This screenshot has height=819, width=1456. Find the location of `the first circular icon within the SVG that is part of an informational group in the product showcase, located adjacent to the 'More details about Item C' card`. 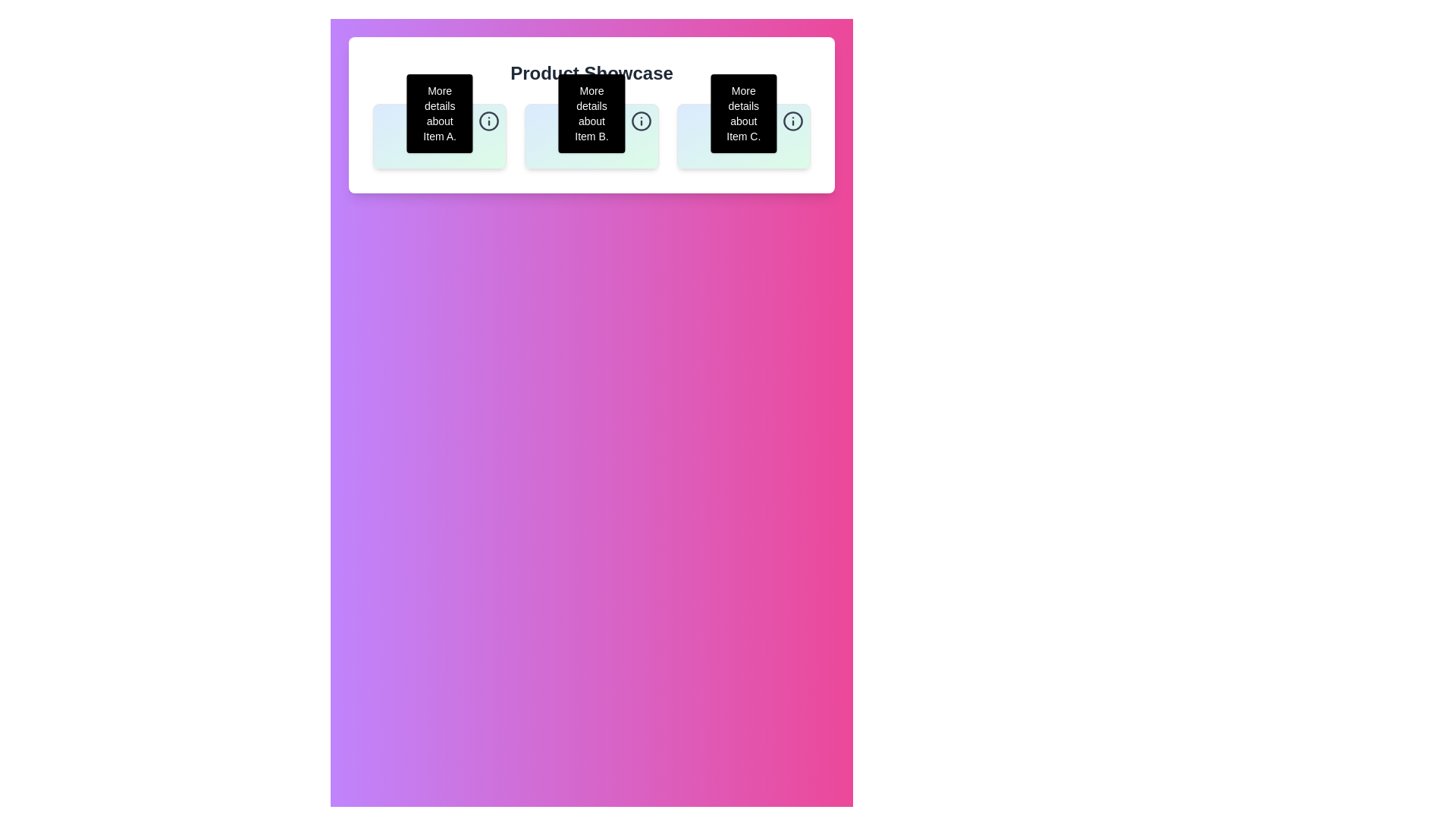

the first circular icon within the SVG that is part of an informational group in the product showcase, located adjacent to the 'More details about Item C' card is located at coordinates (792, 120).